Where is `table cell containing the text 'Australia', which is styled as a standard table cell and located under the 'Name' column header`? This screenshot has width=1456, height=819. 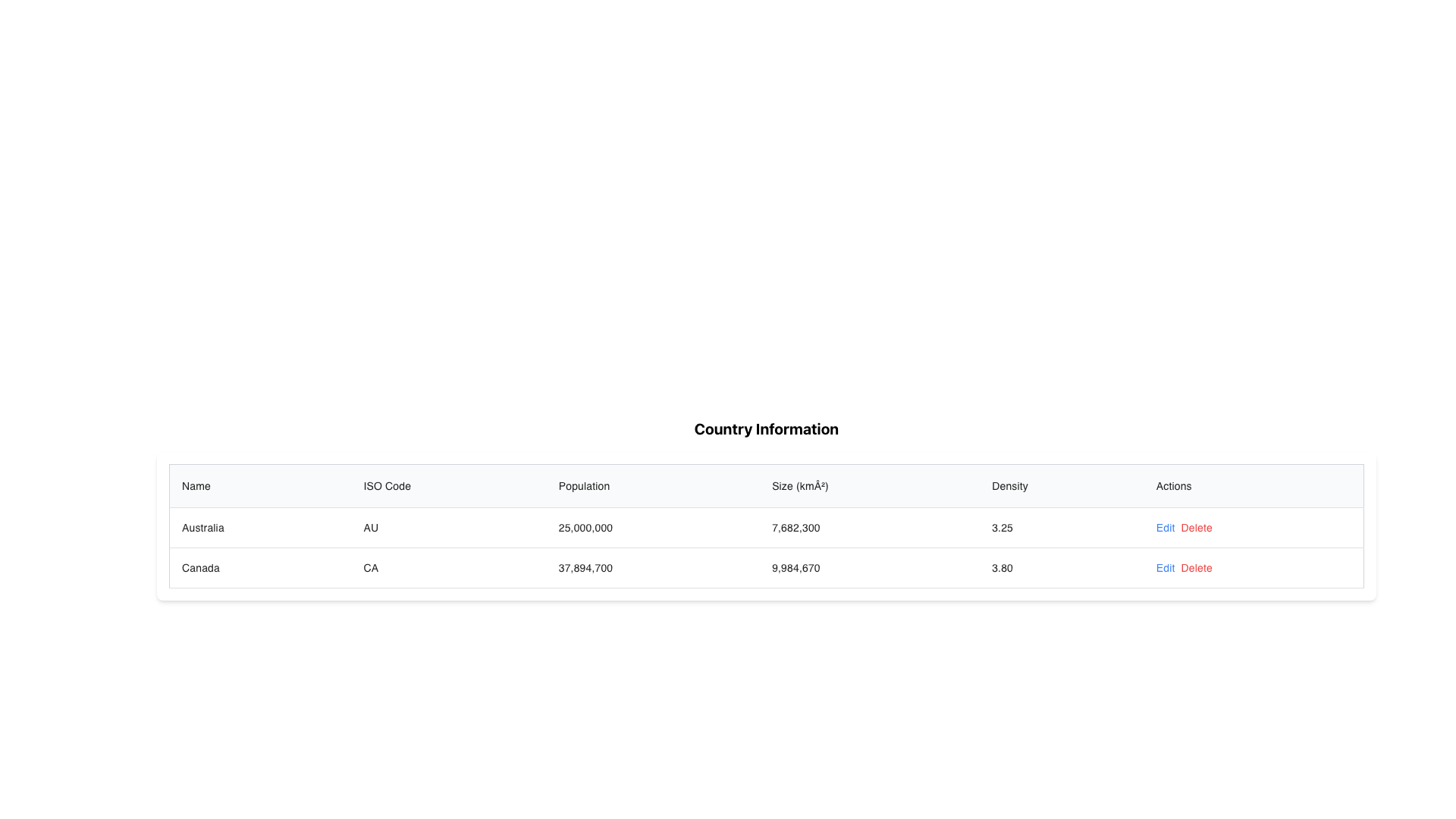 table cell containing the text 'Australia', which is styled as a standard table cell and located under the 'Name' column header is located at coordinates (260, 527).